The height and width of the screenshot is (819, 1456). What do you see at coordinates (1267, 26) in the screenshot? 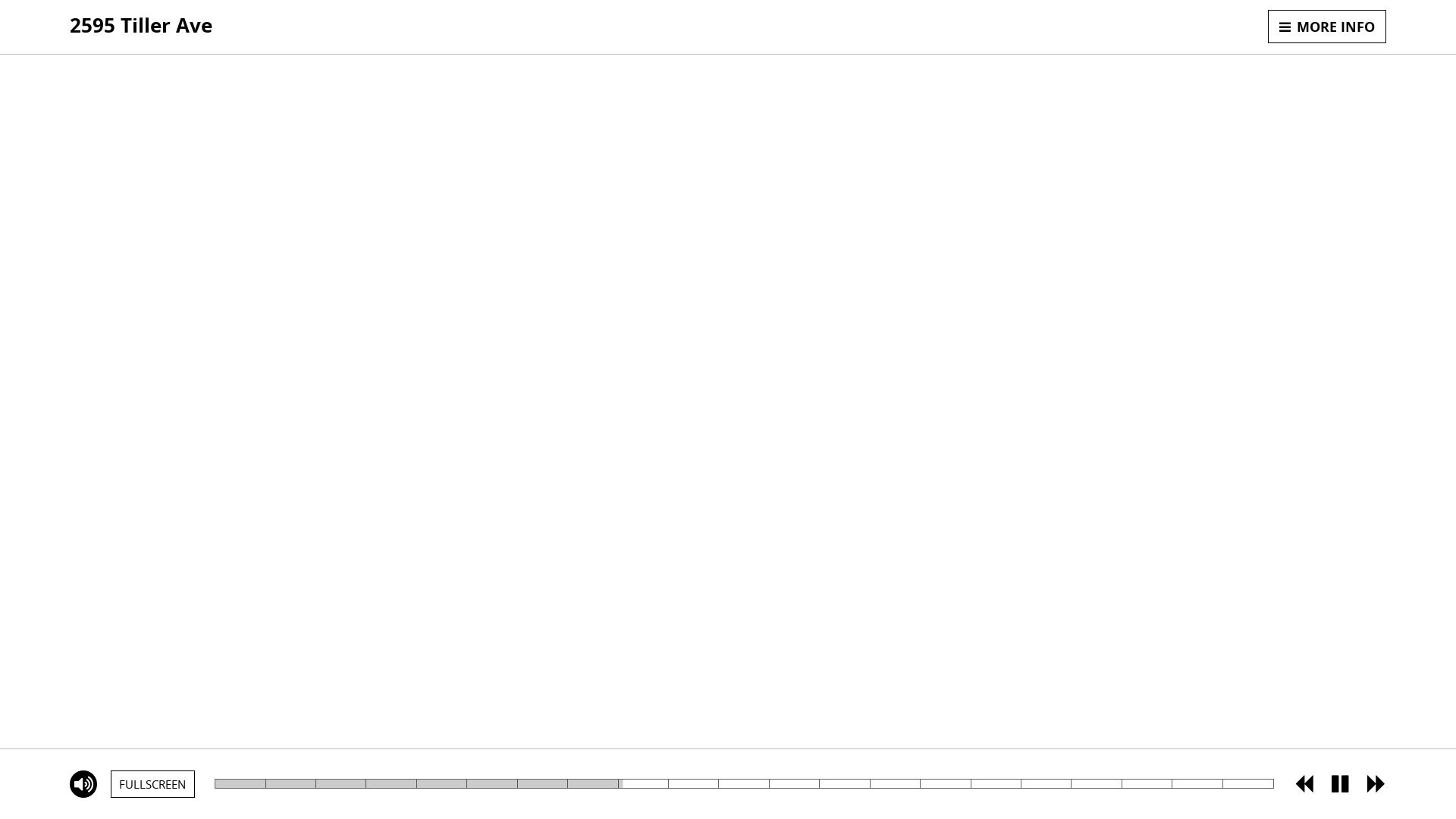
I see `'MORE INFO'` at bounding box center [1267, 26].